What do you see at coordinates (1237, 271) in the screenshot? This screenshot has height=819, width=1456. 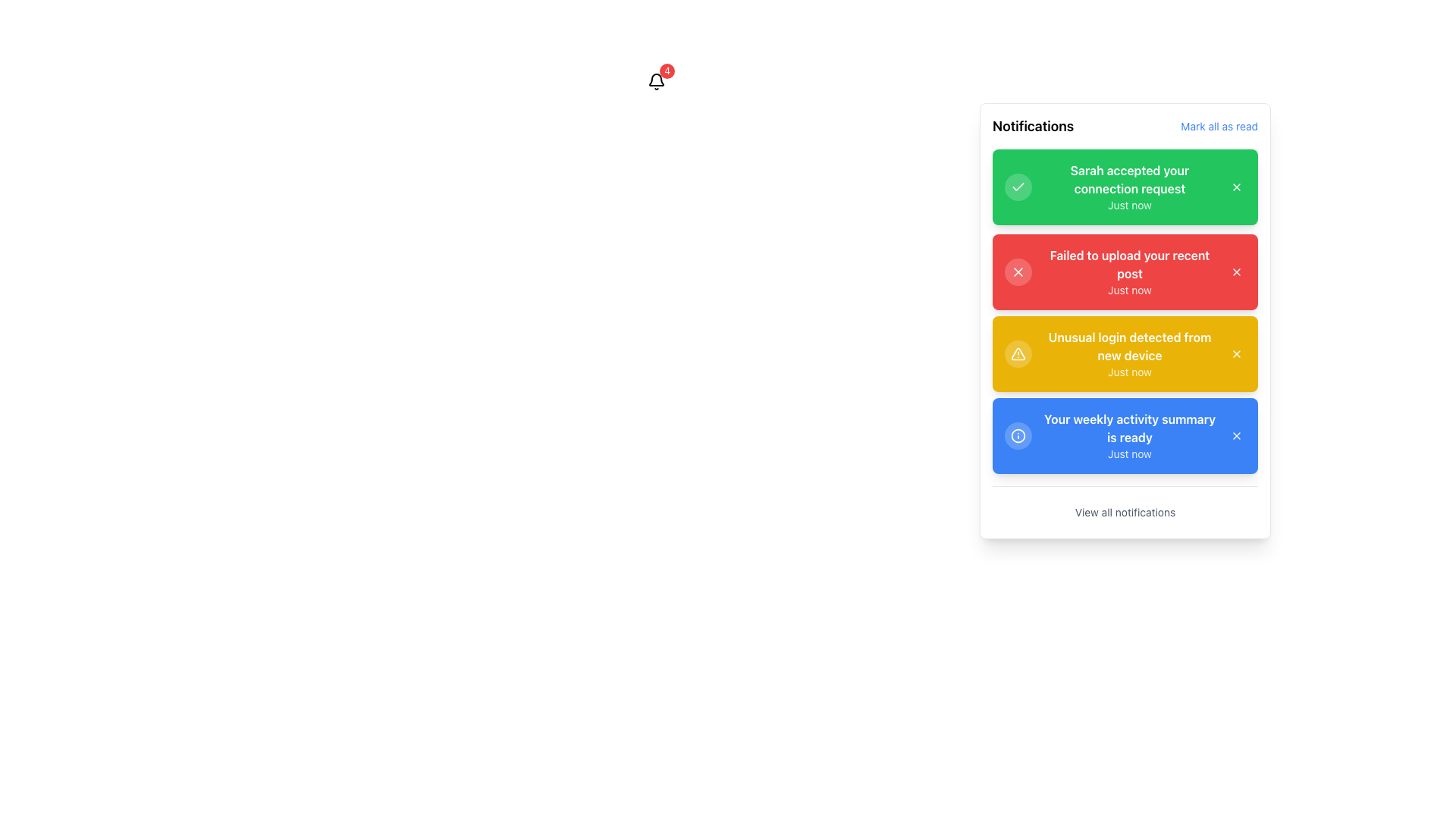 I see `the close button located at the right edge of the notification box labeled 'Failed to upload your recent post'` at bounding box center [1237, 271].